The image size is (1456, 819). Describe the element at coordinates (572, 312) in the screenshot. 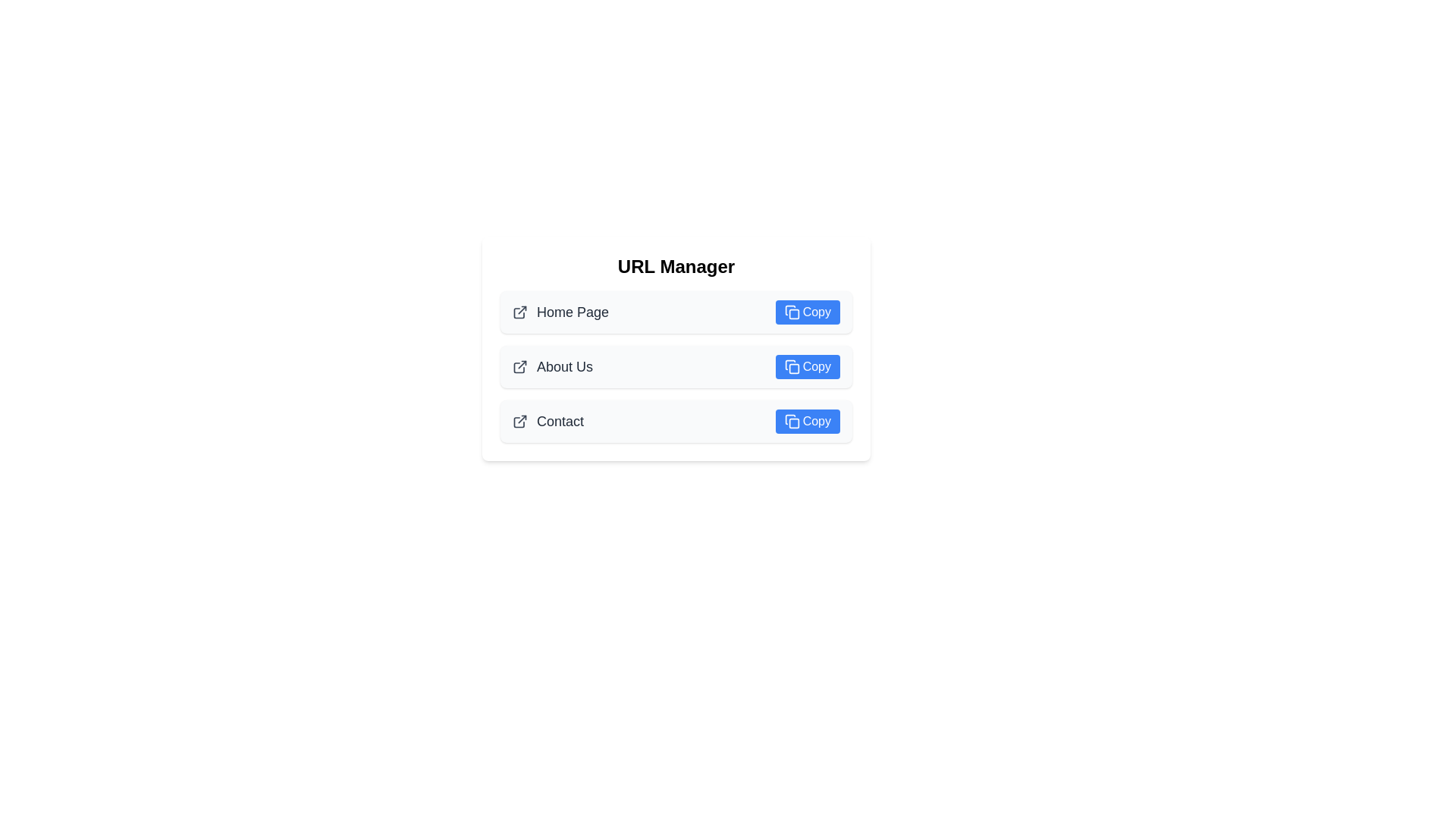

I see `text of the 'Home Page' label, which is a large dark gray text label aligned in a vertically stacked list of links` at that location.